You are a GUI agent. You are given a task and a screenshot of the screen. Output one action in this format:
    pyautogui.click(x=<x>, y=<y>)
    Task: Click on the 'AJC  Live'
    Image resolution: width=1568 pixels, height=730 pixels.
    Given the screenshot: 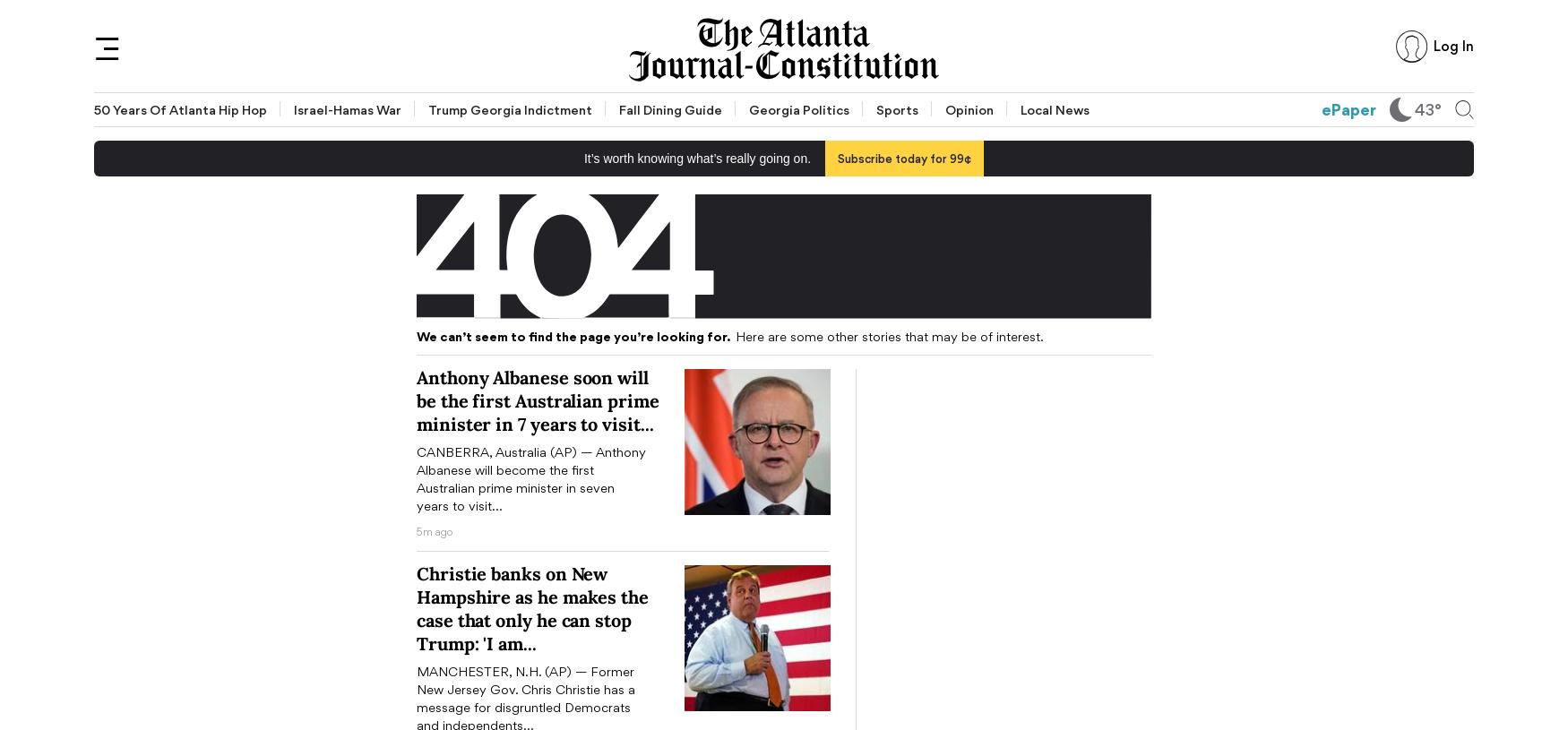 What is the action you would take?
    pyautogui.click(x=1258, y=171)
    